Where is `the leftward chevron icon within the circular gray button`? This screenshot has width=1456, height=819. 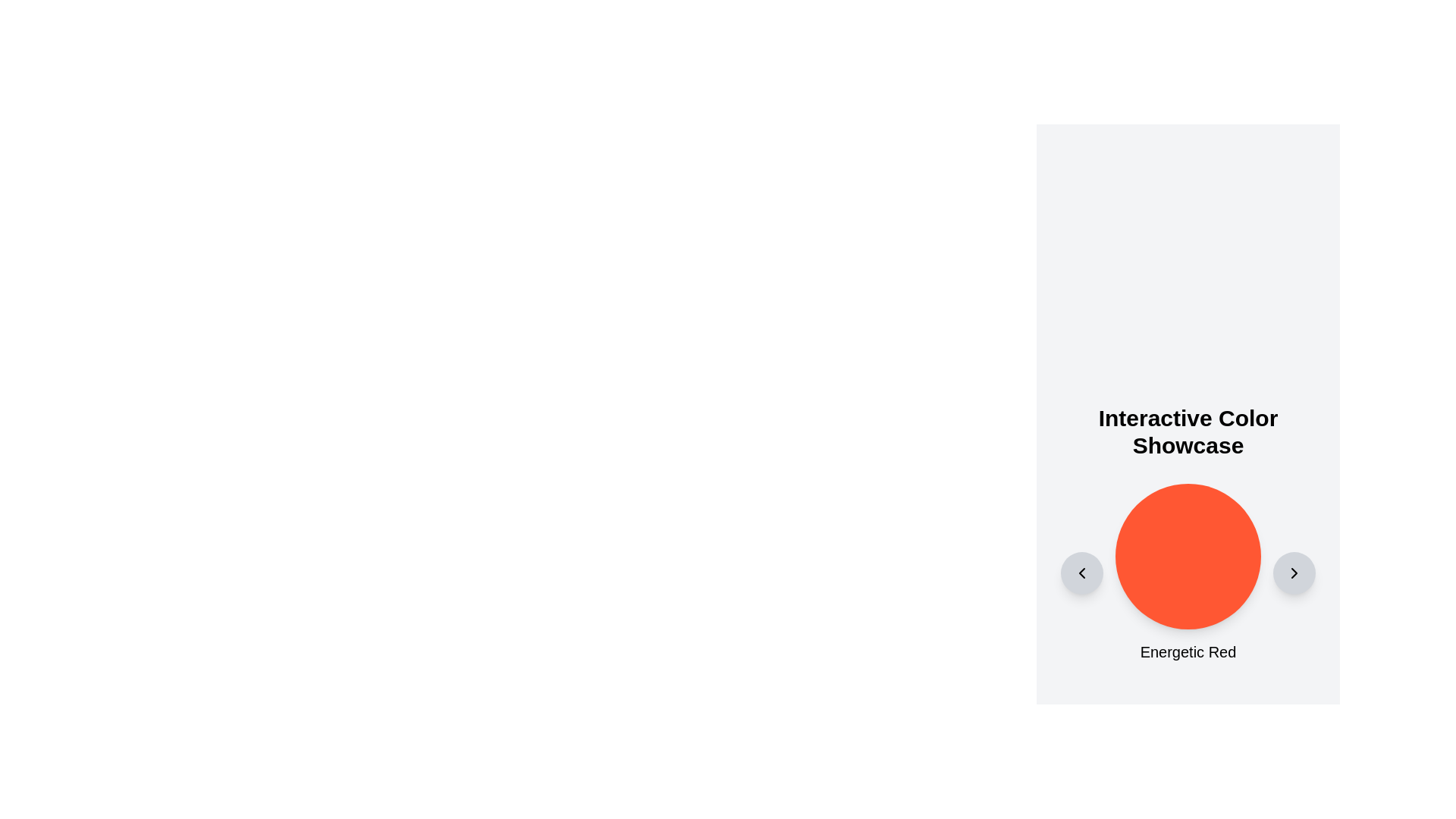 the leftward chevron icon within the circular gray button is located at coordinates (1081, 573).